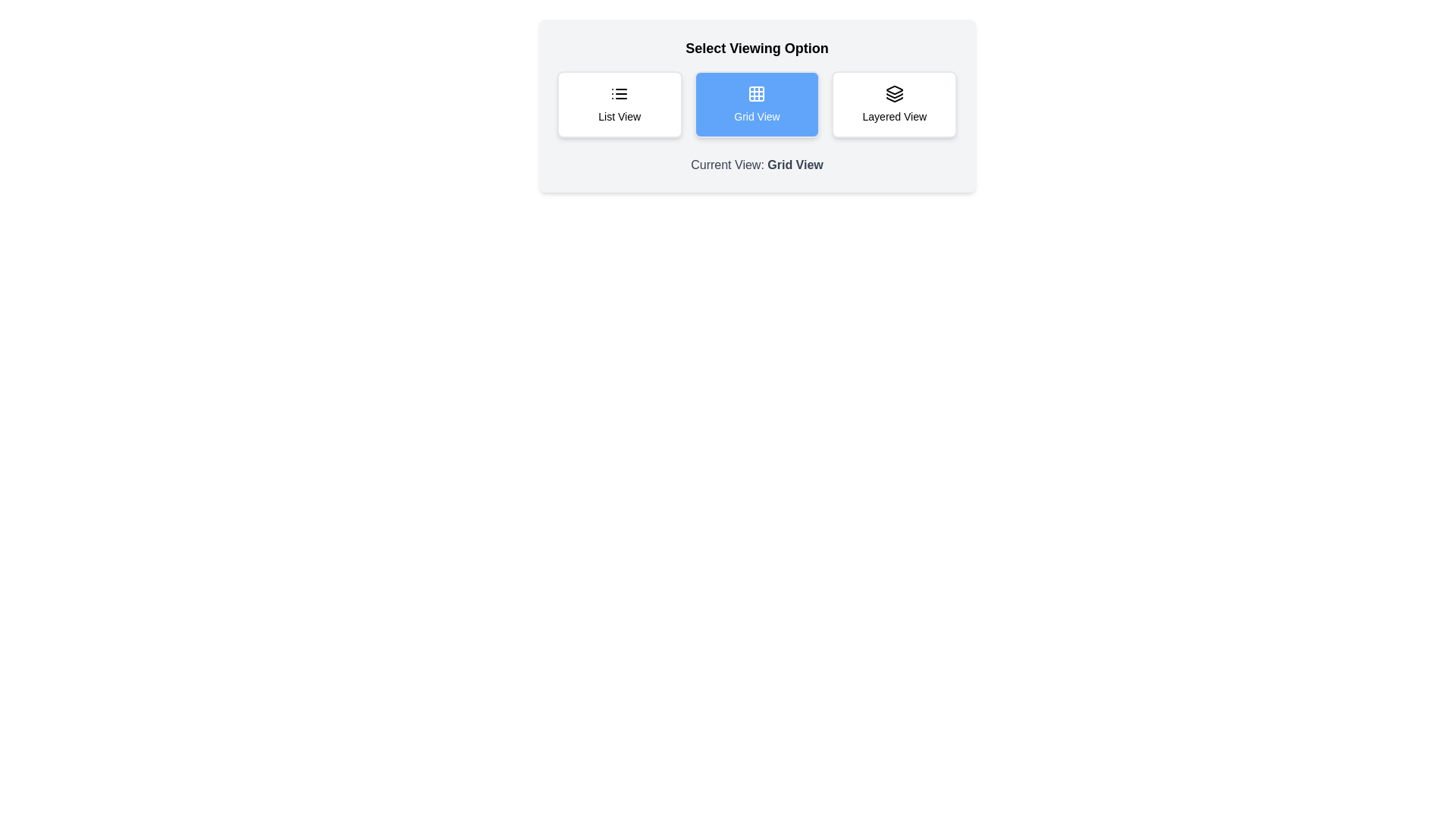 The image size is (1456, 819). What do you see at coordinates (757, 105) in the screenshot?
I see `the 'Grid View' button, which is a rectangular UI component with a light blue background and white text` at bounding box center [757, 105].